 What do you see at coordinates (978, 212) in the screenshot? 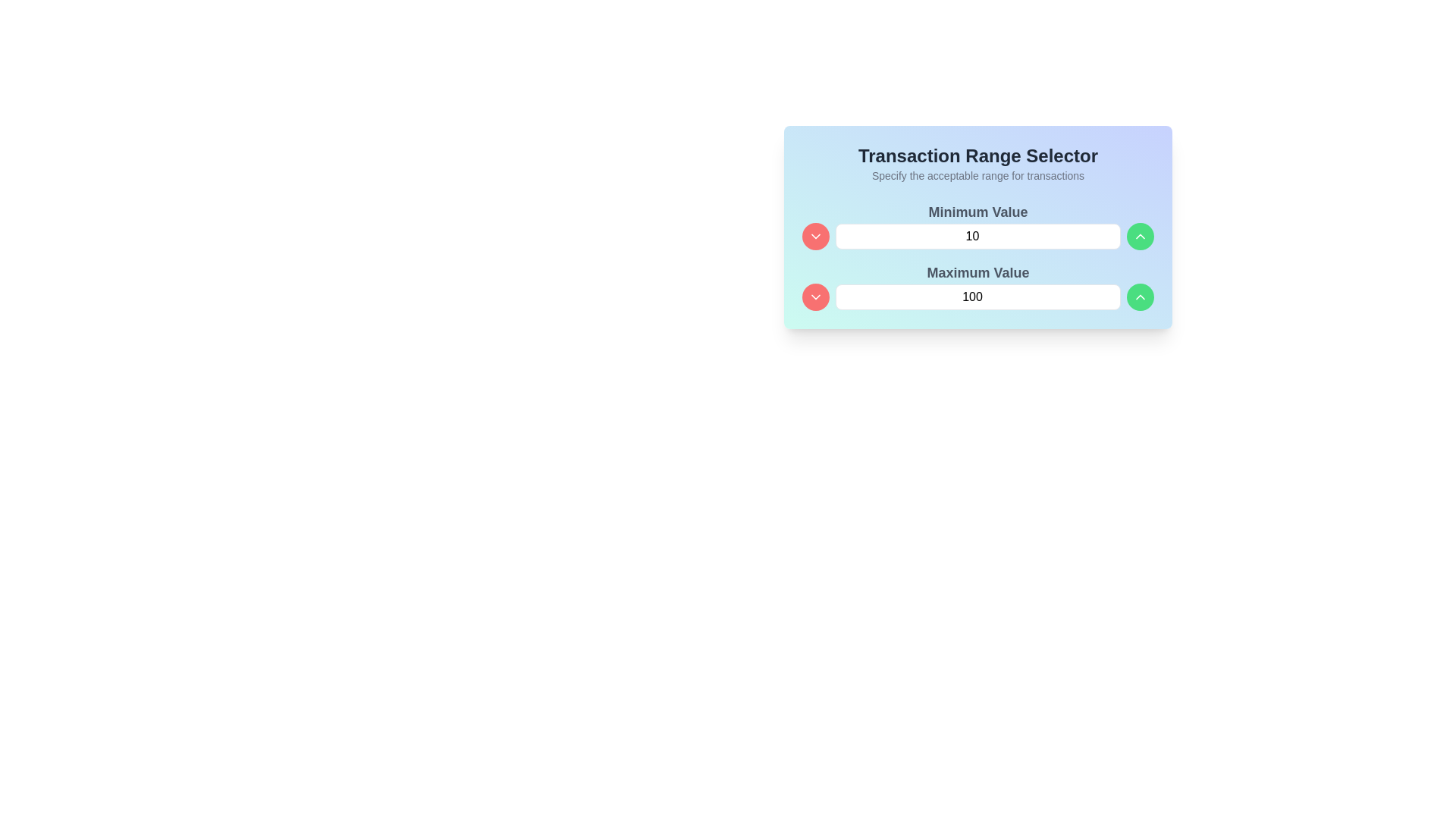
I see `the 'Minimum Value' text label, which is positioned at the top center of its group of components, serving as a heading for the associated numerical input field` at bounding box center [978, 212].